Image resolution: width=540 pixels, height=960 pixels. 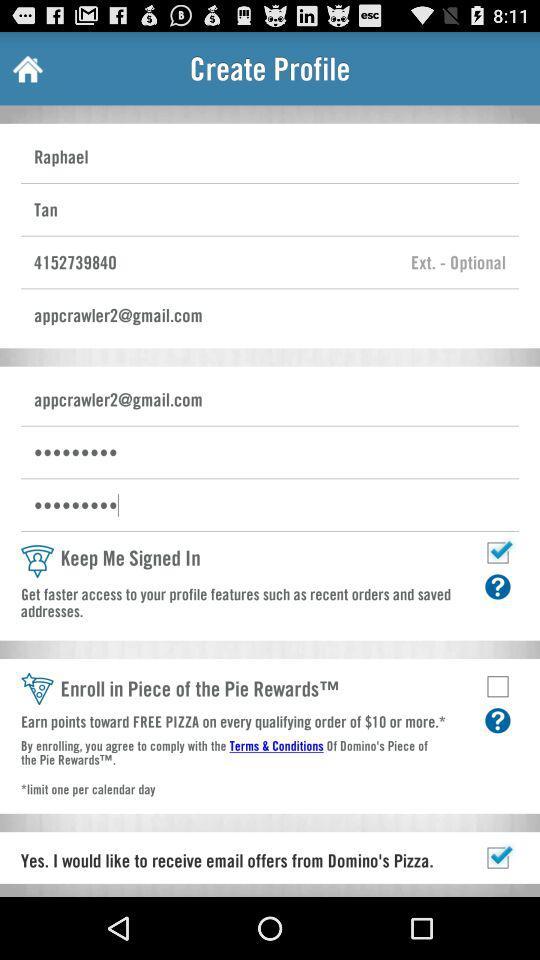 What do you see at coordinates (496, 586) in the screenshot?
I see `ask a question` at bounding box center [496, 586].